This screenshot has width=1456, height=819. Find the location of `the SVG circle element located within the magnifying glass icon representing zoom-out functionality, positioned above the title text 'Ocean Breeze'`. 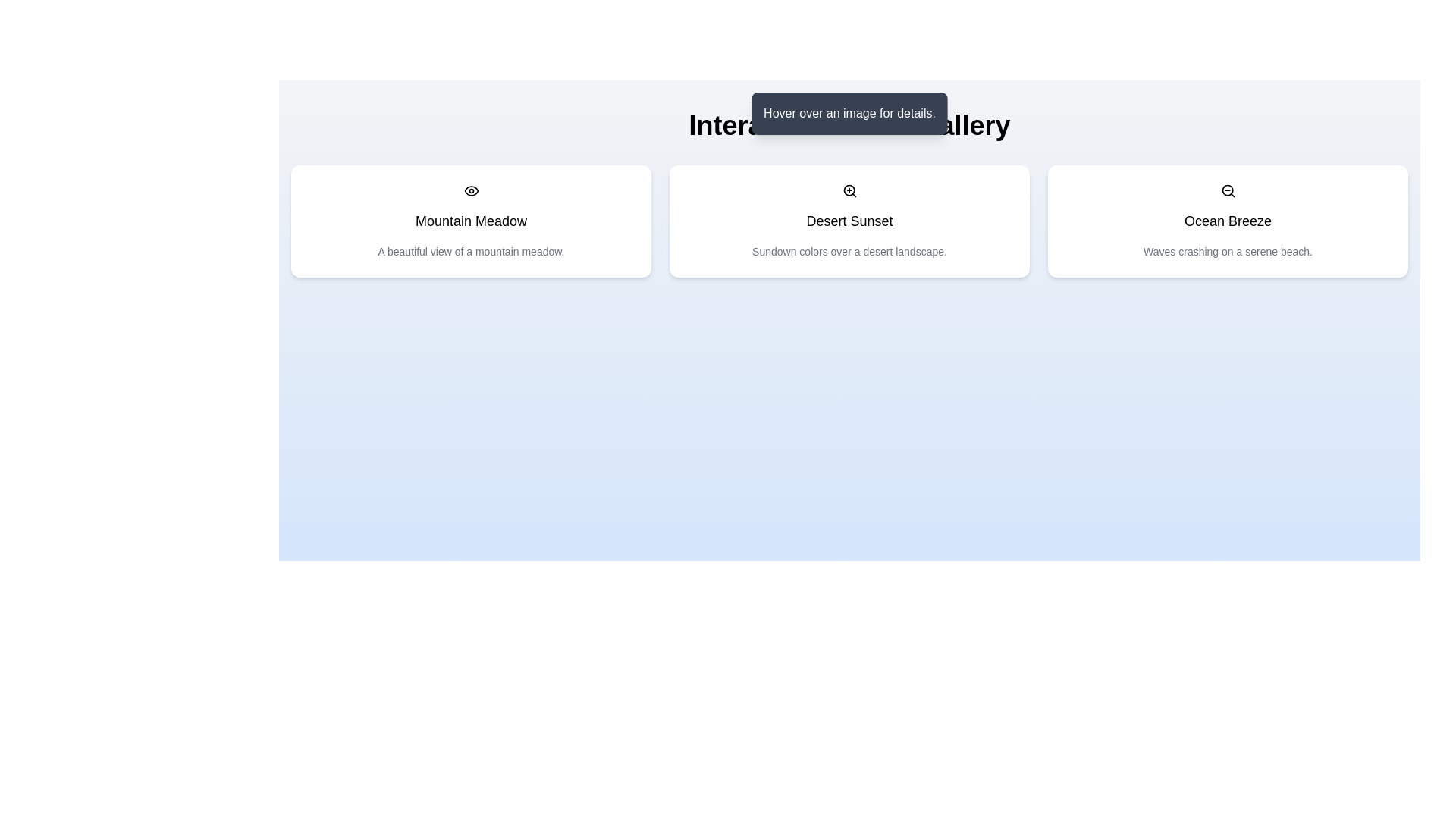

the SVG circle element located within the magnifying glass icon representing zoom-out functionality, positioned above the title text 'Ocean Breeze' is located at coordinates (1227, 190).